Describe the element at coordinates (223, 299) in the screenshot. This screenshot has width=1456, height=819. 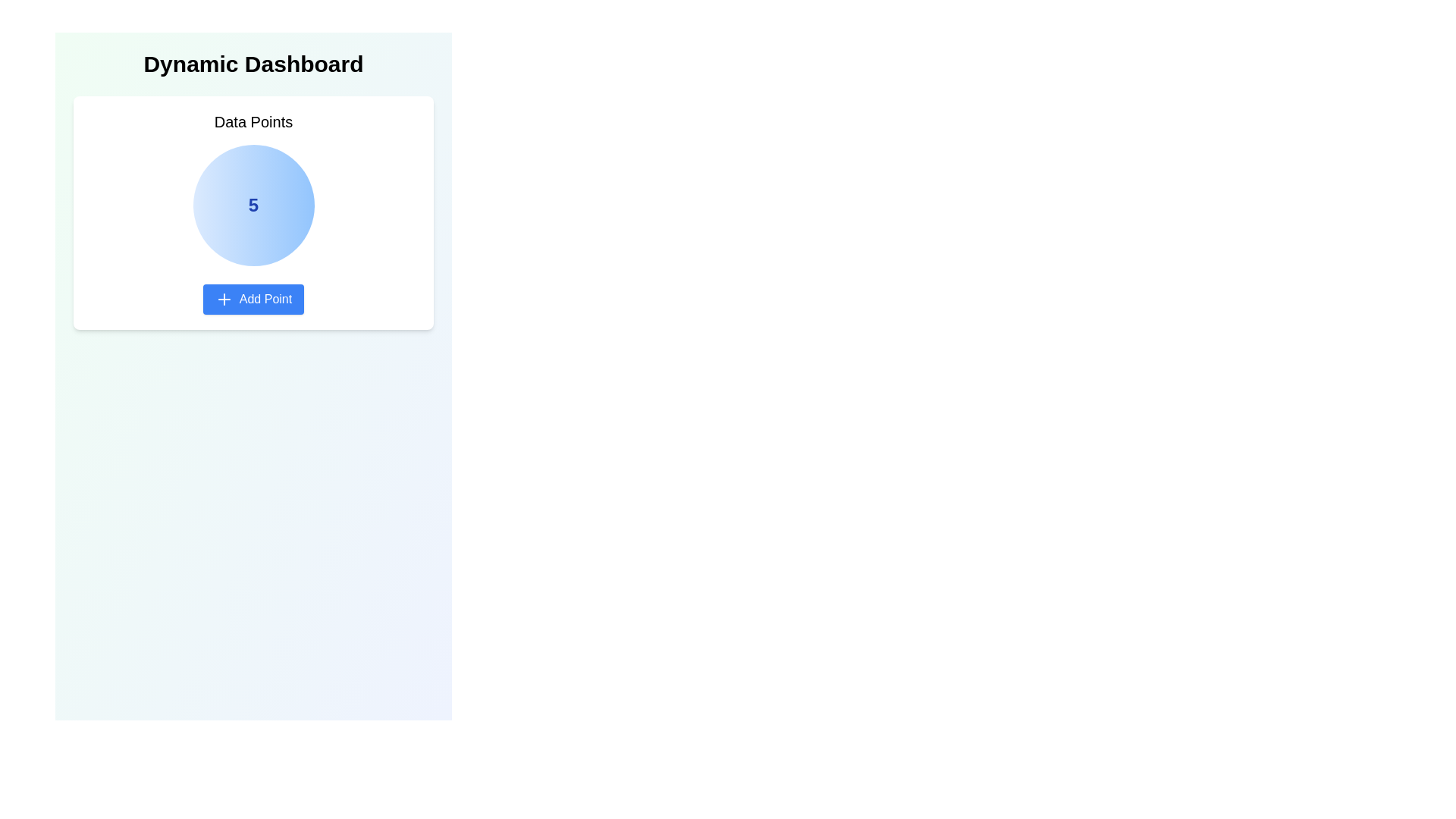
I see `the graphical representation of the plus sign icon centered within the 'Add Point' button on the card labeled 'Data Points'` at that location.